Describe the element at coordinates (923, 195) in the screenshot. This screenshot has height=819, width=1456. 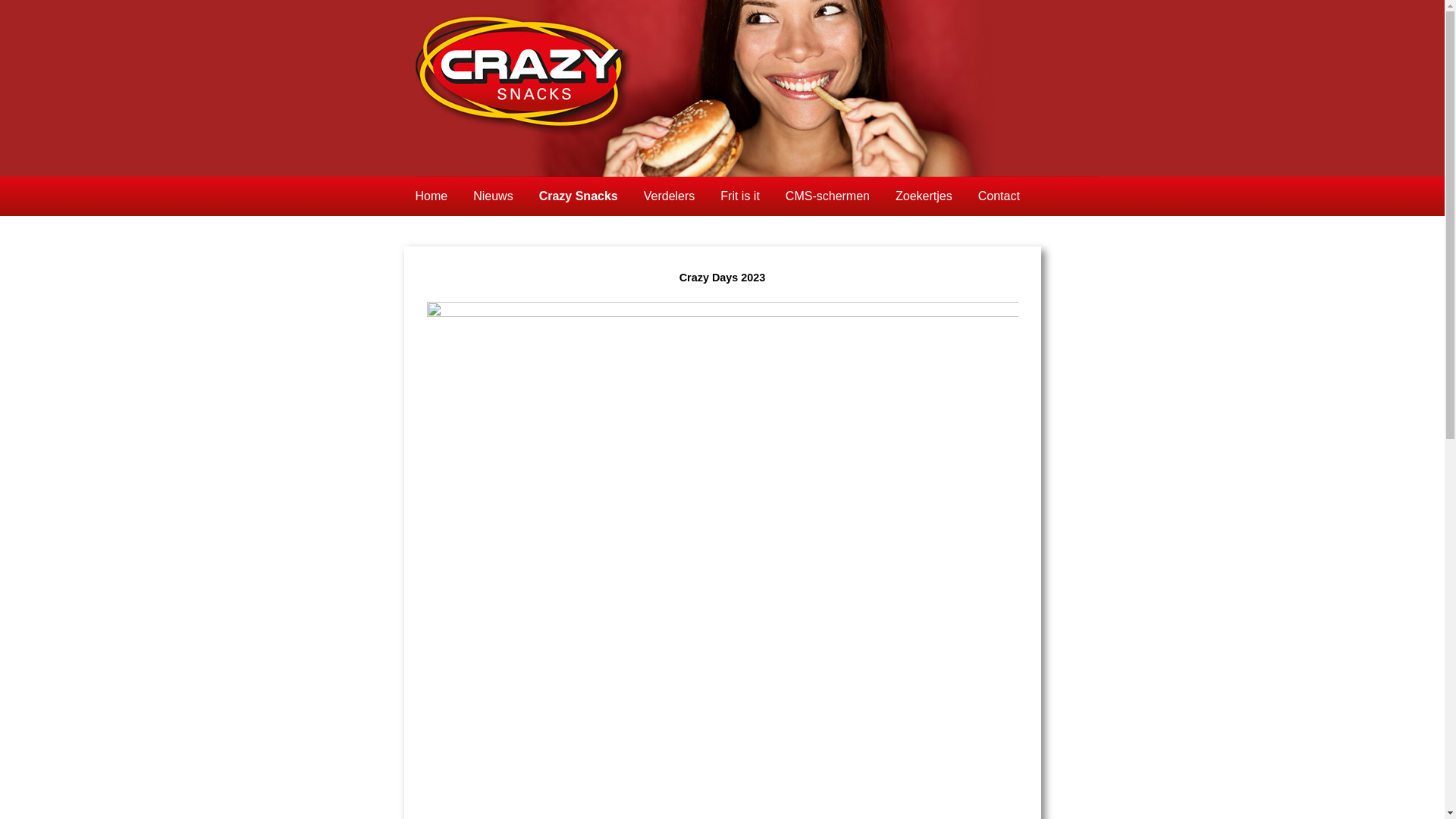
I see `'Zoekertjes'` at that location.